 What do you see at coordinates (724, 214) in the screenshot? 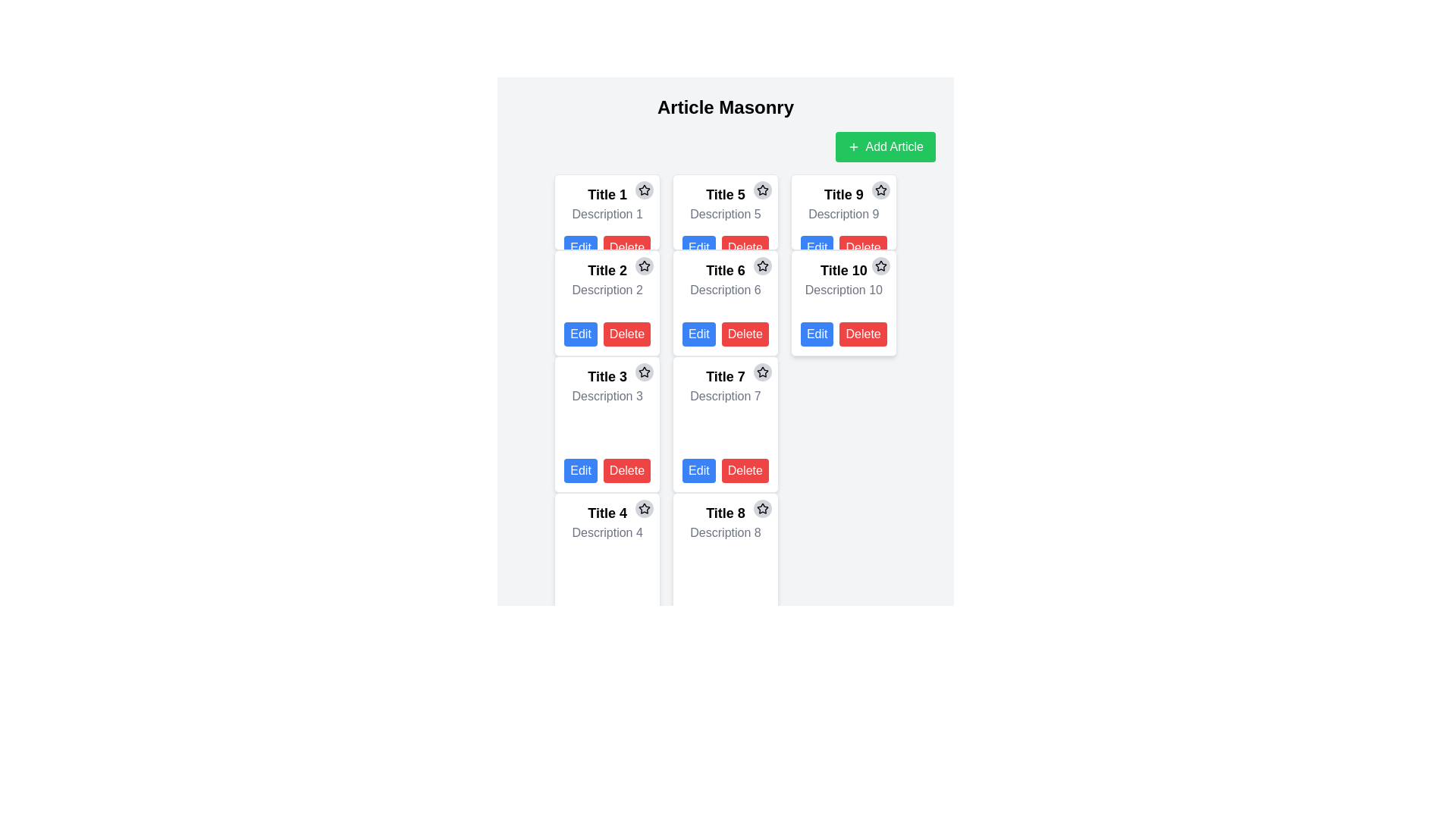
I see `the static text element displaying 'Description 5', which is styled in light gray and positioned below 'Title 5'` at bounding box center [724, 214].